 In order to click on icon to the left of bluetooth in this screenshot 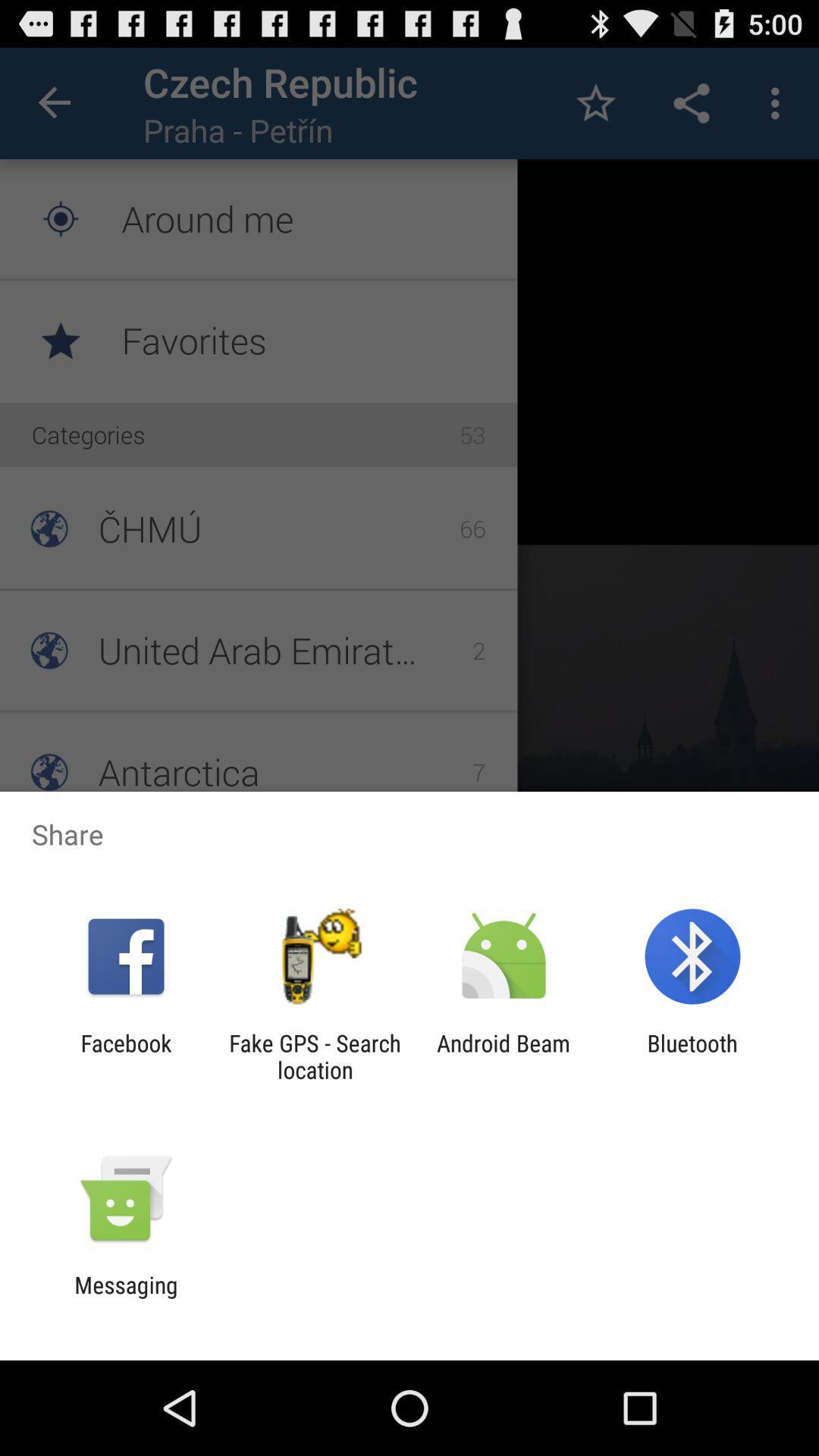, I will do `click(504, 1056)`.